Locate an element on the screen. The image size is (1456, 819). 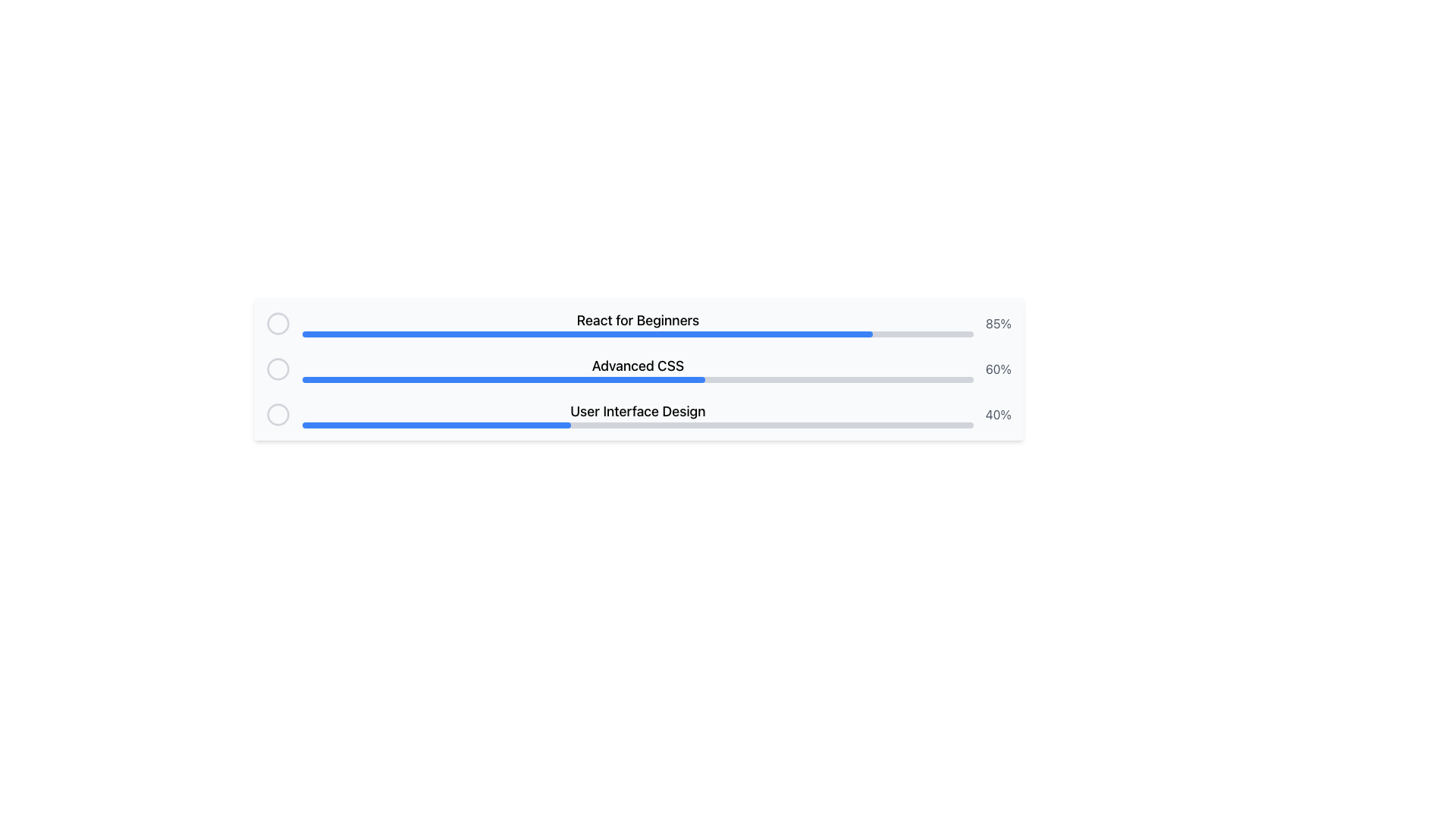
the circular icon with a gray border and white interior that is the first in the list, located to the left of the 'React for Beginners' progress bar is located at coordinates (278, 323).